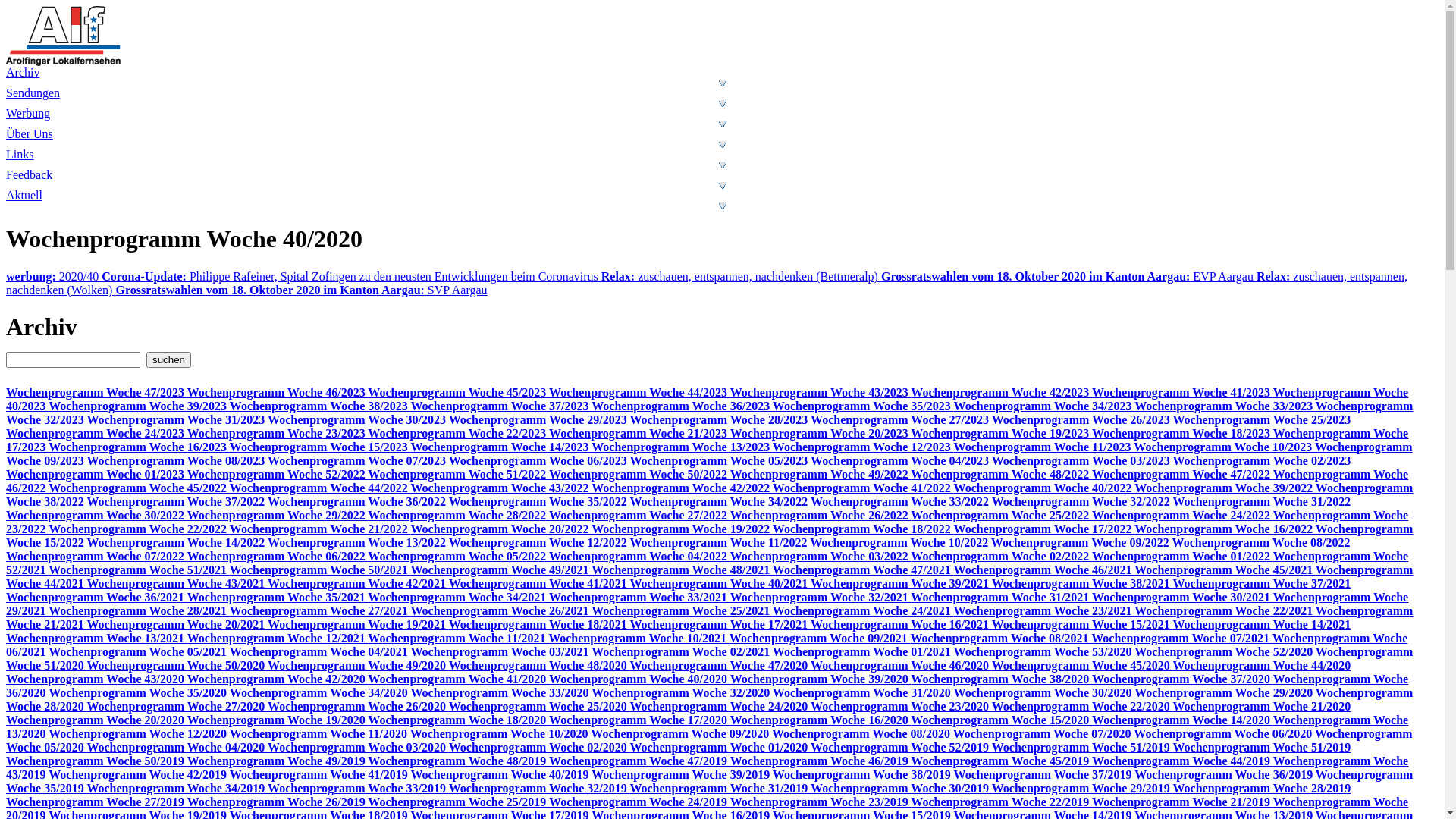 This screenshot has height=819, width=1456. I want to click on 'Wochenprogramm Woche 20/2020', so click(96, 719).